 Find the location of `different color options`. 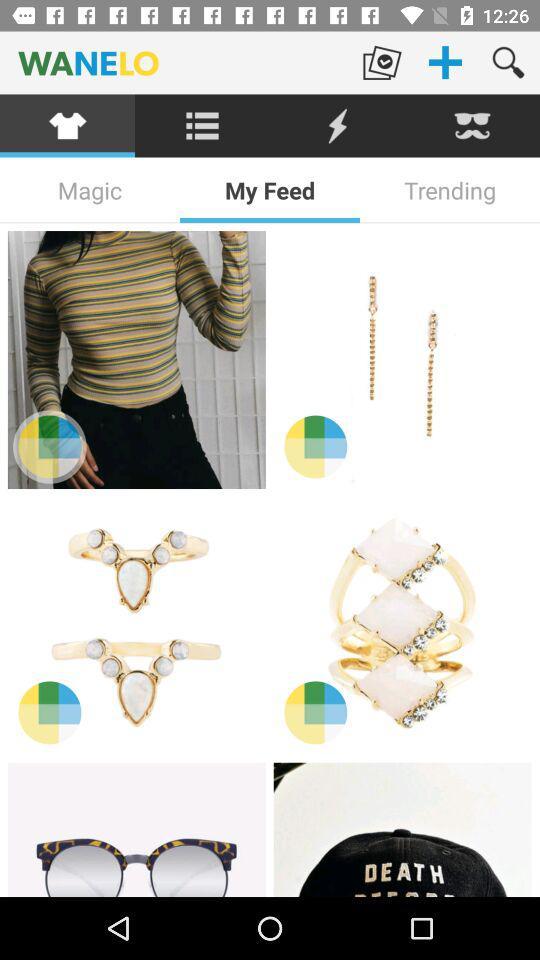

different color options is located at coordinates (315, 446).